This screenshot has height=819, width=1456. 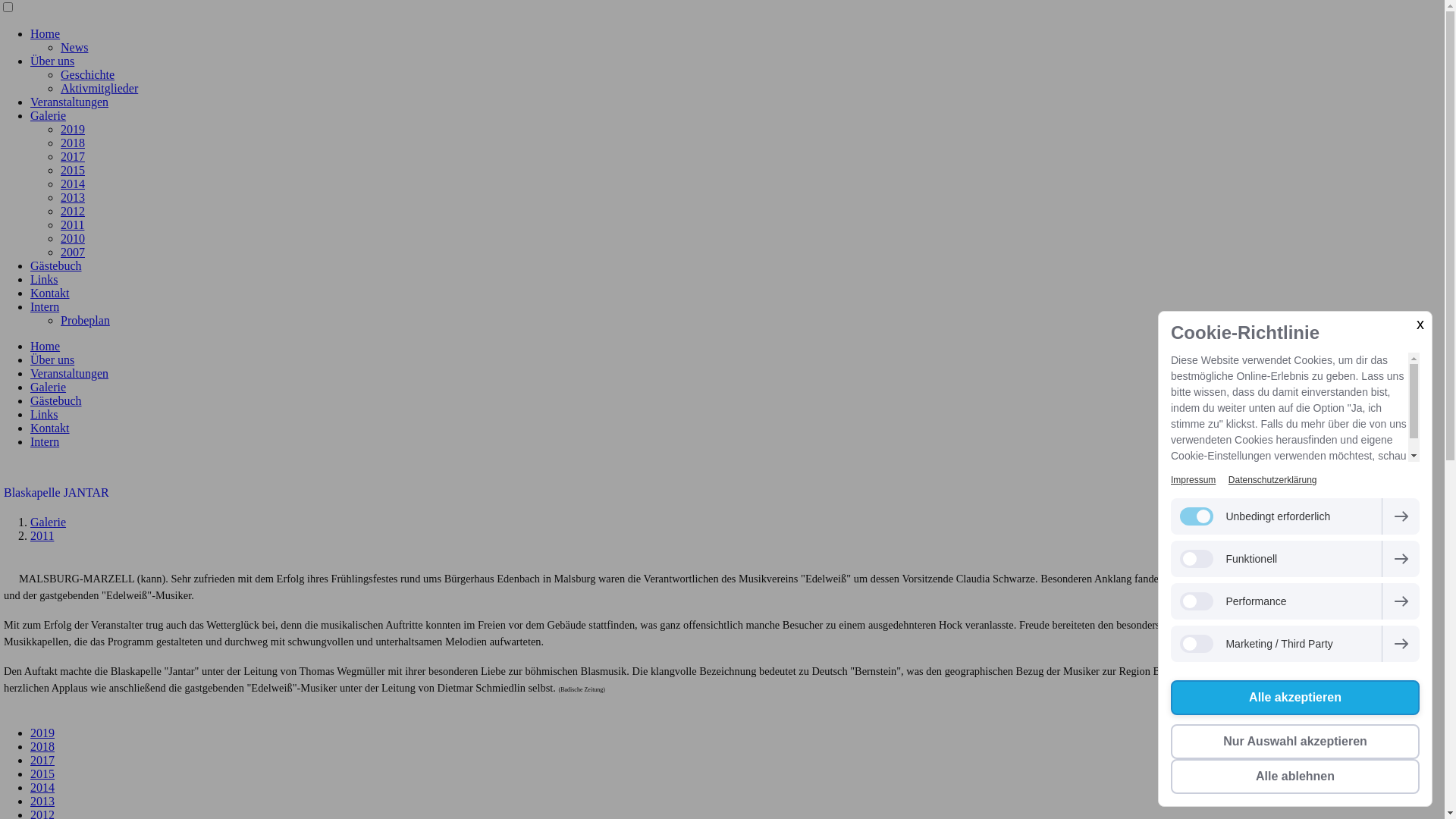 I want to click on '2015', so click(x=72, y=170).